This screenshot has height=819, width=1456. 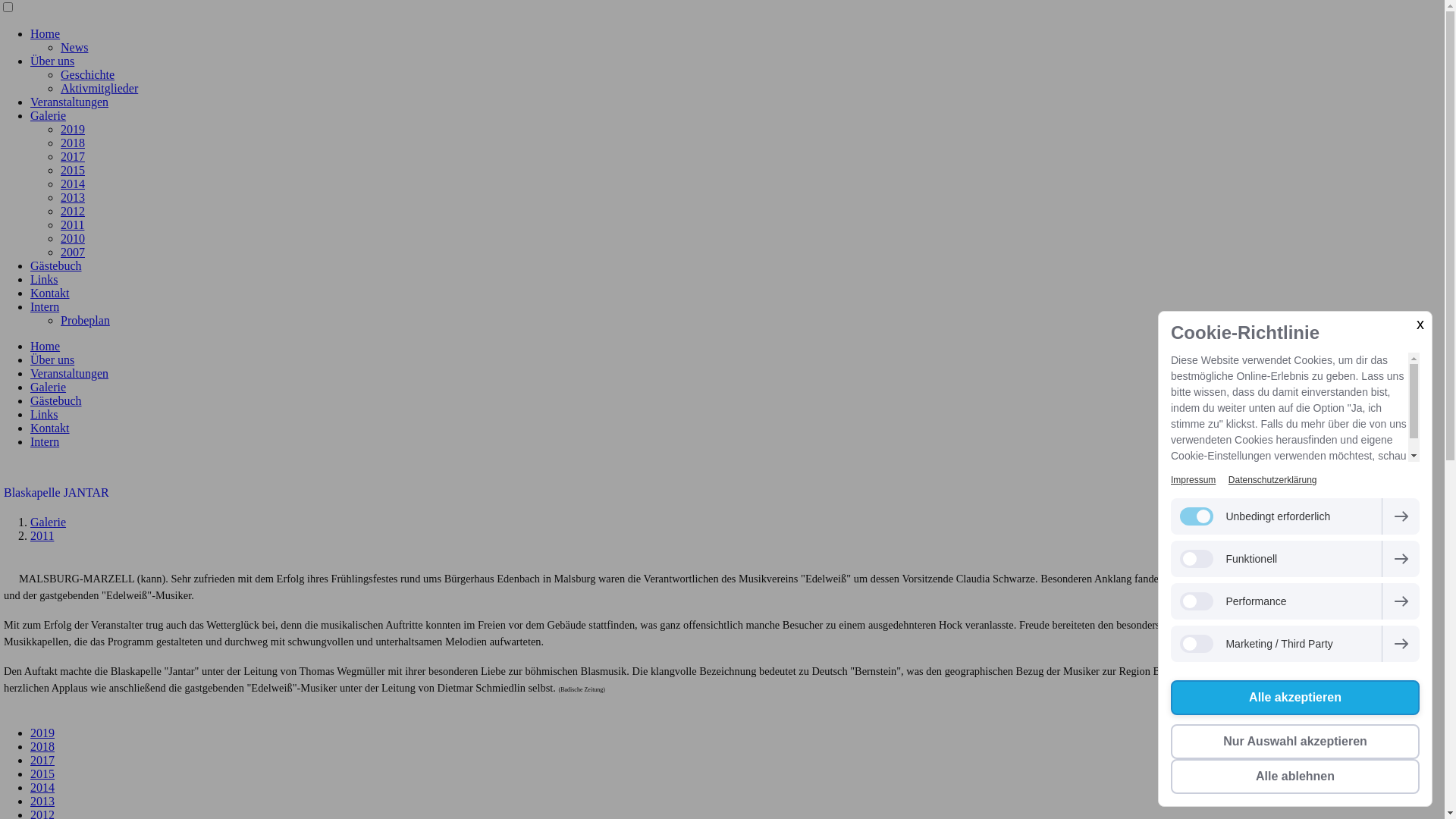 I want to click on '2015', so click(x=72, y=170).